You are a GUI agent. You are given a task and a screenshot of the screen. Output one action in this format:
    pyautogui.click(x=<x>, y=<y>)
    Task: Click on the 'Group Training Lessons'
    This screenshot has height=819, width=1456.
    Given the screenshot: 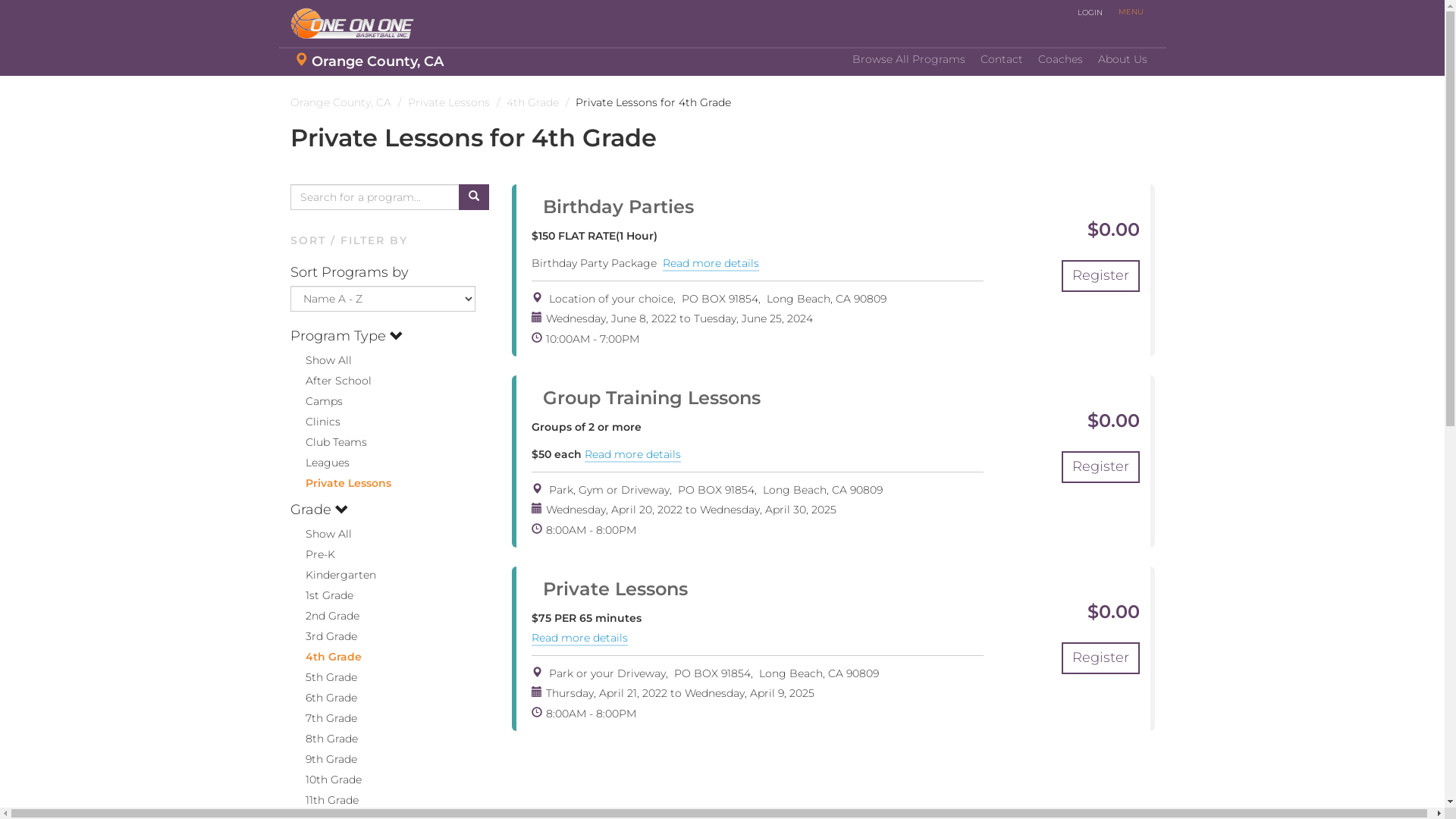 What is the action you would take?
    pyautogui.click(x=645, y=397)
    